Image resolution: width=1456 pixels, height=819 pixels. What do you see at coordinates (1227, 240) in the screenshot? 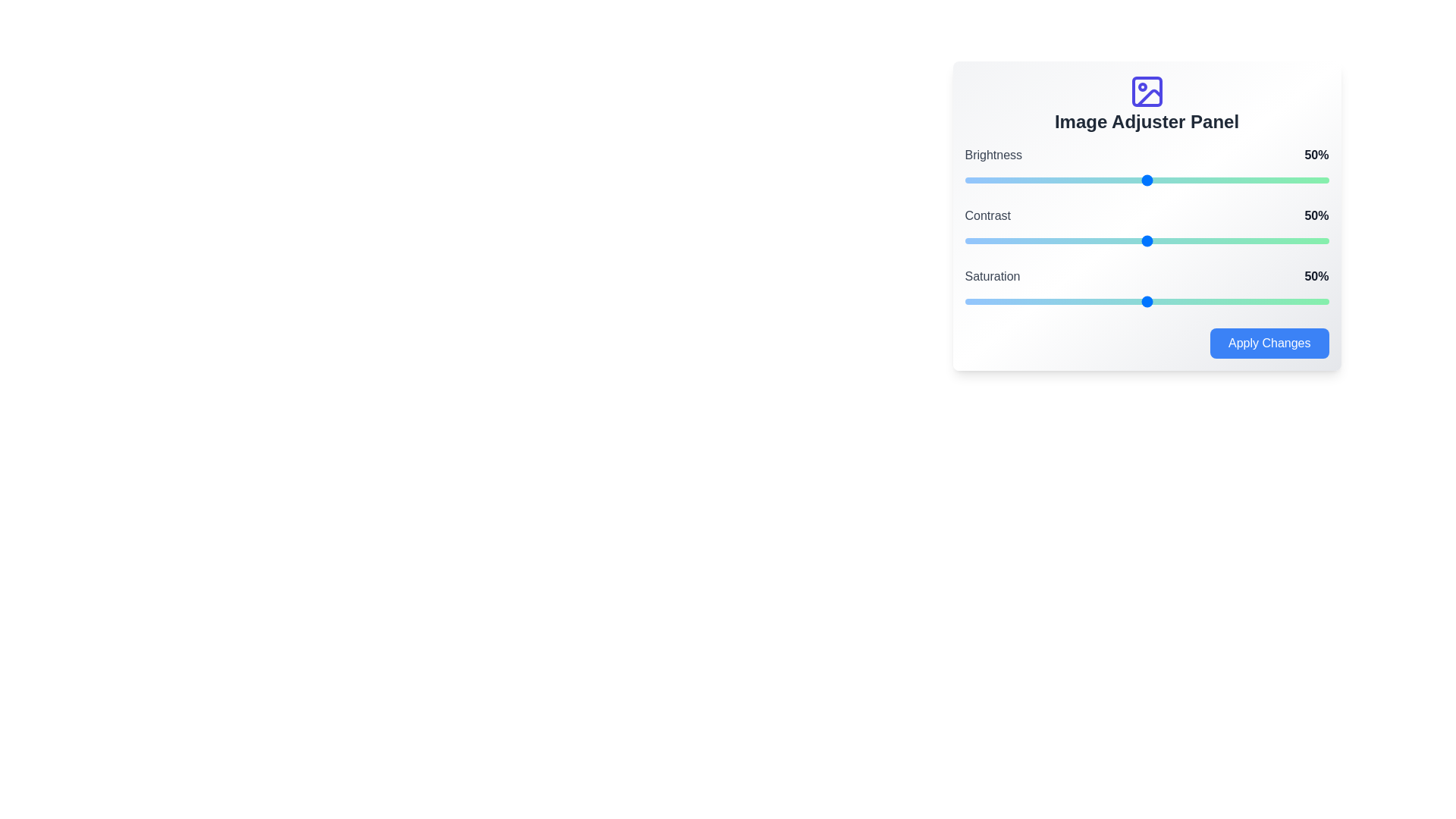
I see `the contrast slider to 72%` at bounding box center [1227, 240].